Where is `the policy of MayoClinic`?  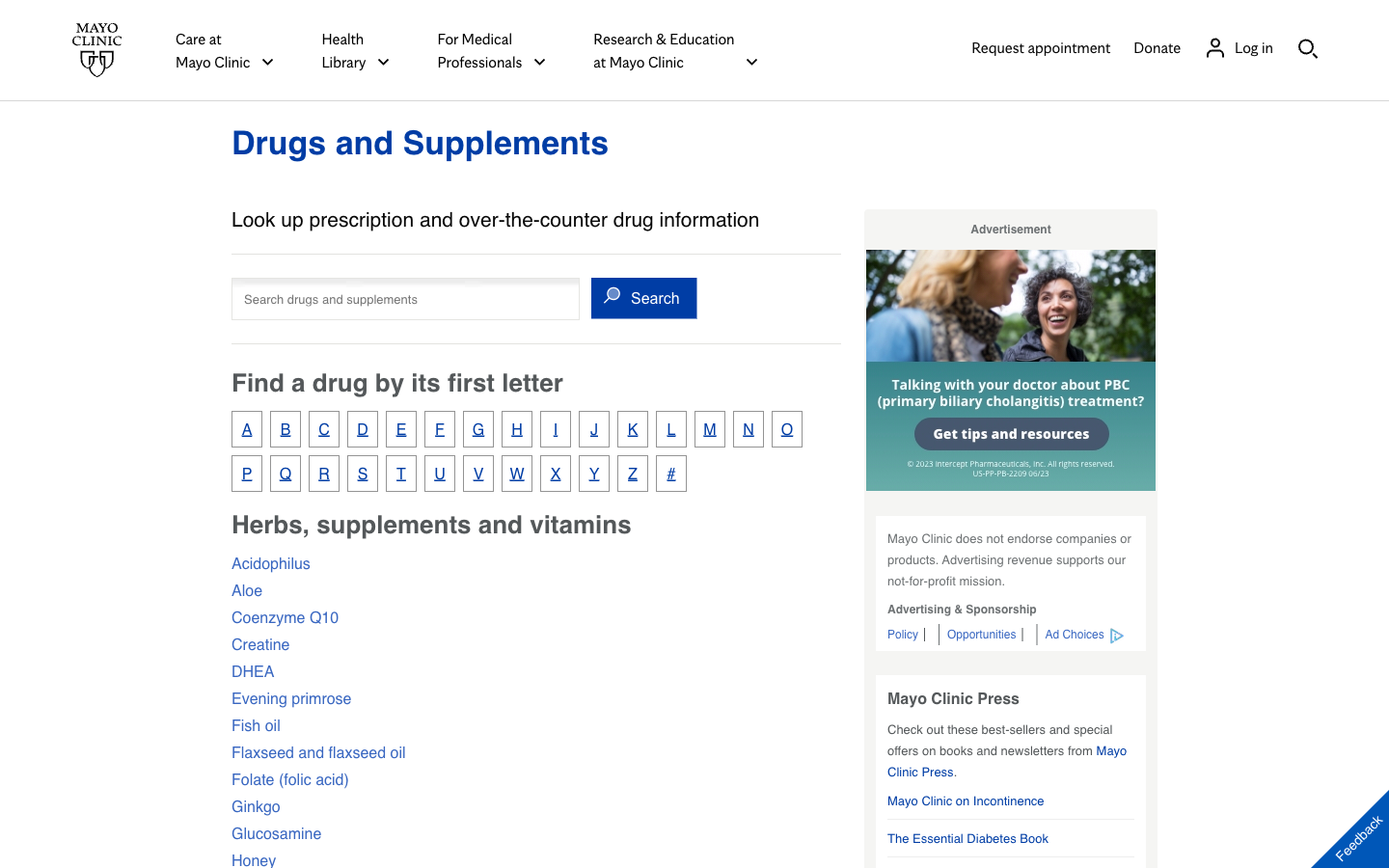 the policy of MayoClinic is located at coordinates (906, 634).